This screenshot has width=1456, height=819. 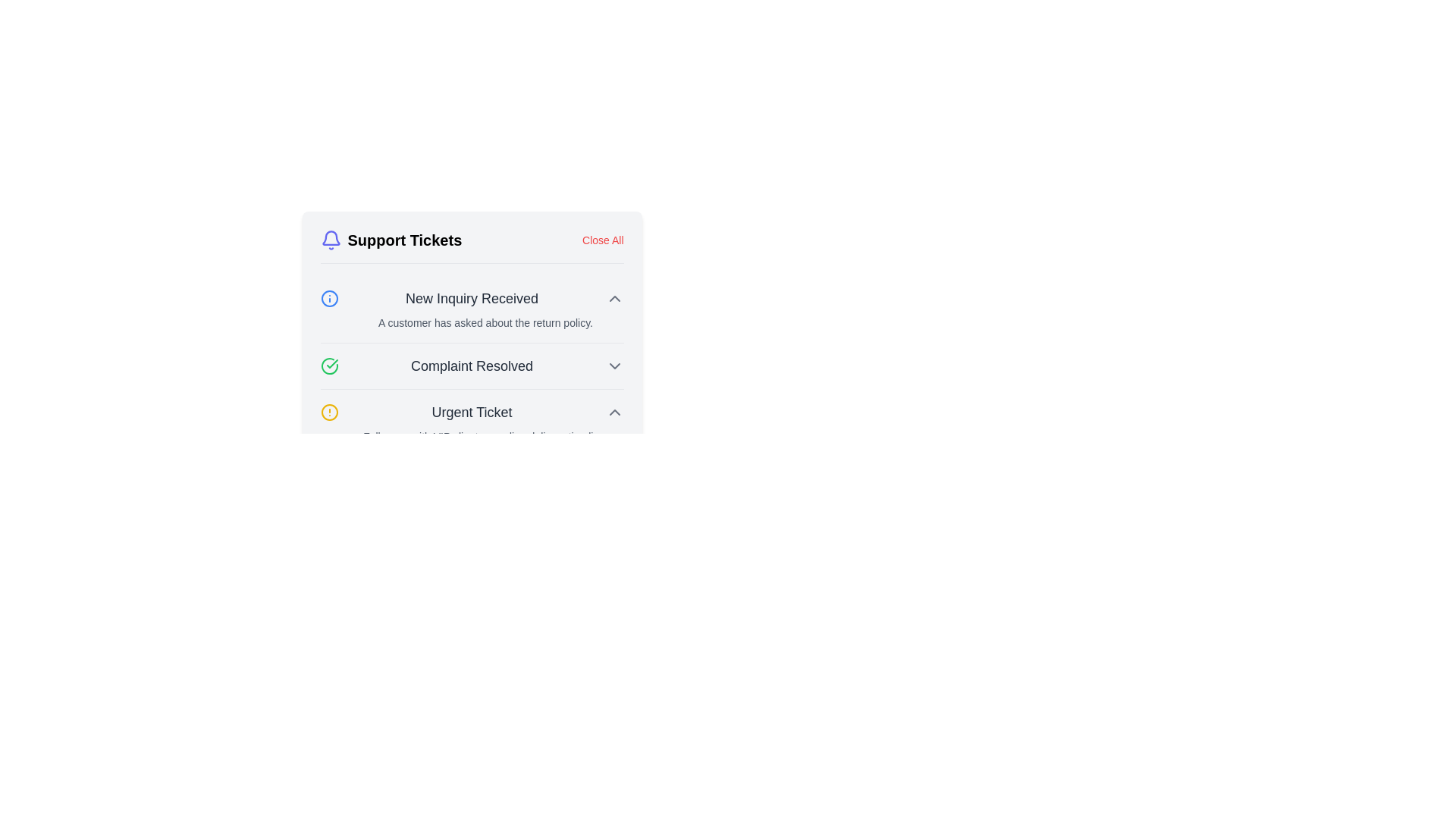 What do you see at coordinates (614, 412) in the screenshot?
I see `the chevron button located to the right of the 'Urgent Ticket' notification` at bounding box center [614, 412].